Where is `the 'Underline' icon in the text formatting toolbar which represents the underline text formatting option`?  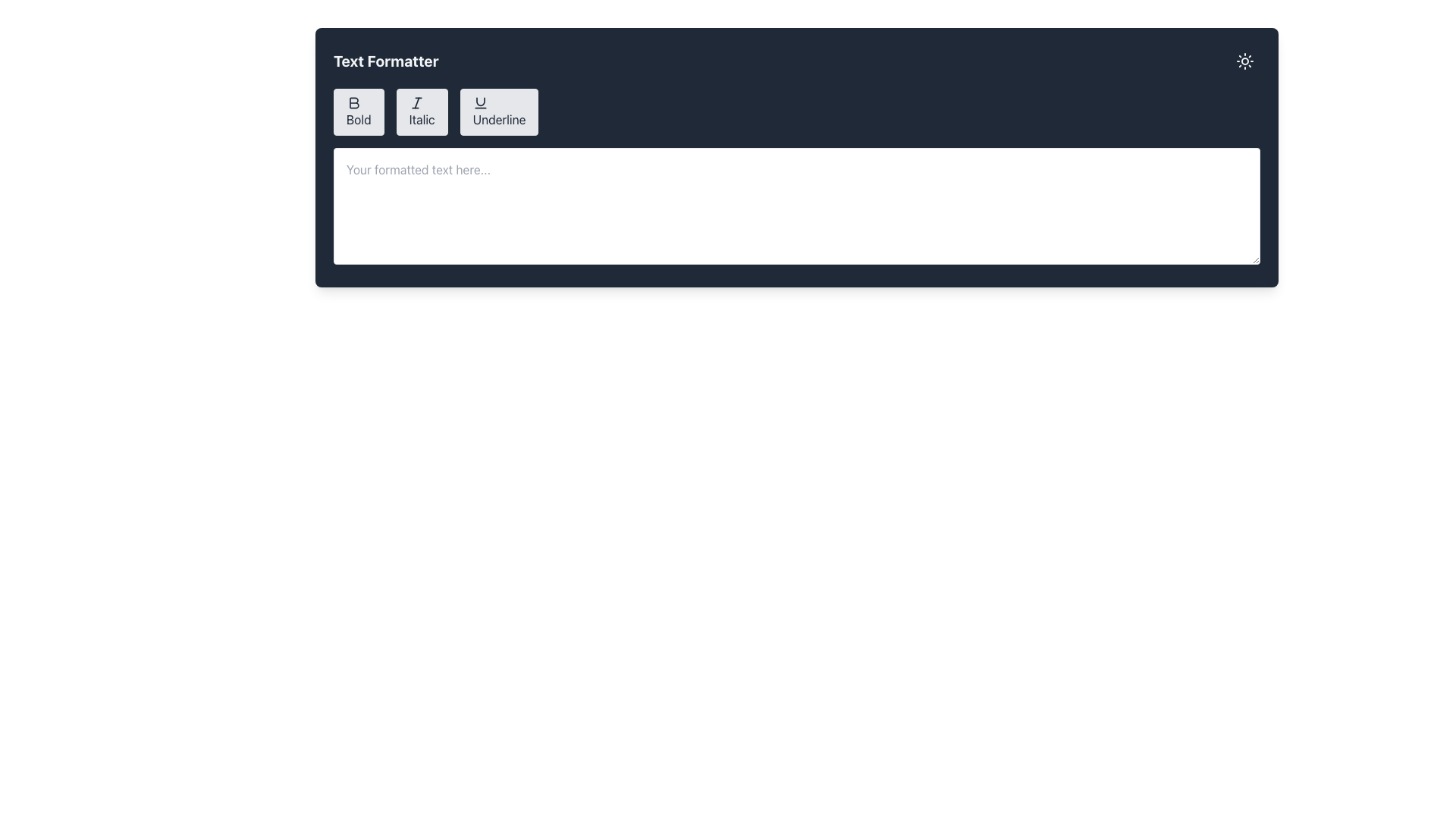
the 'Underline' icon in the text formatting toolbar which represents the underline text formatting option is located at coordinates (479, 102).